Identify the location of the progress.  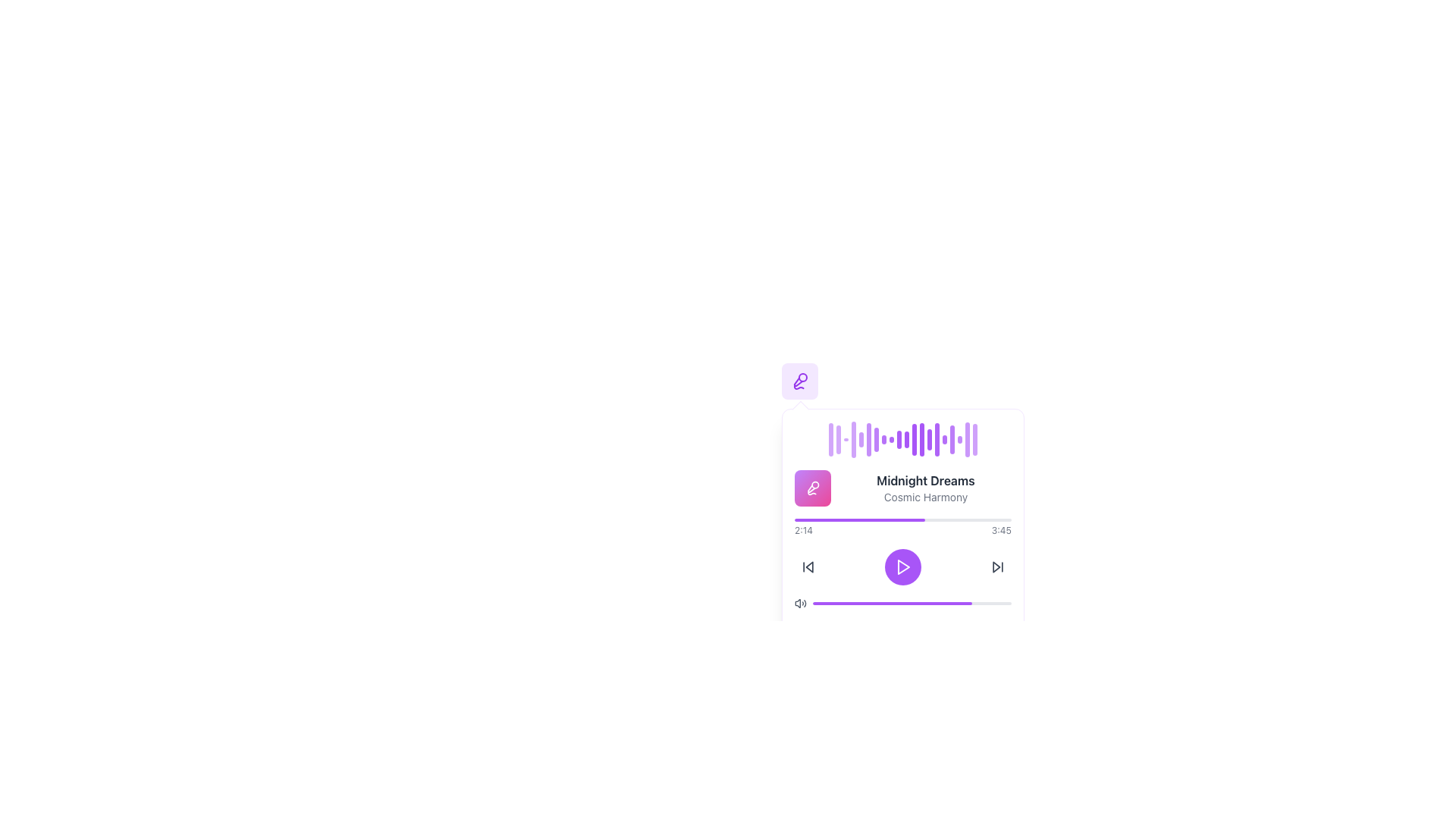
(957, 602).